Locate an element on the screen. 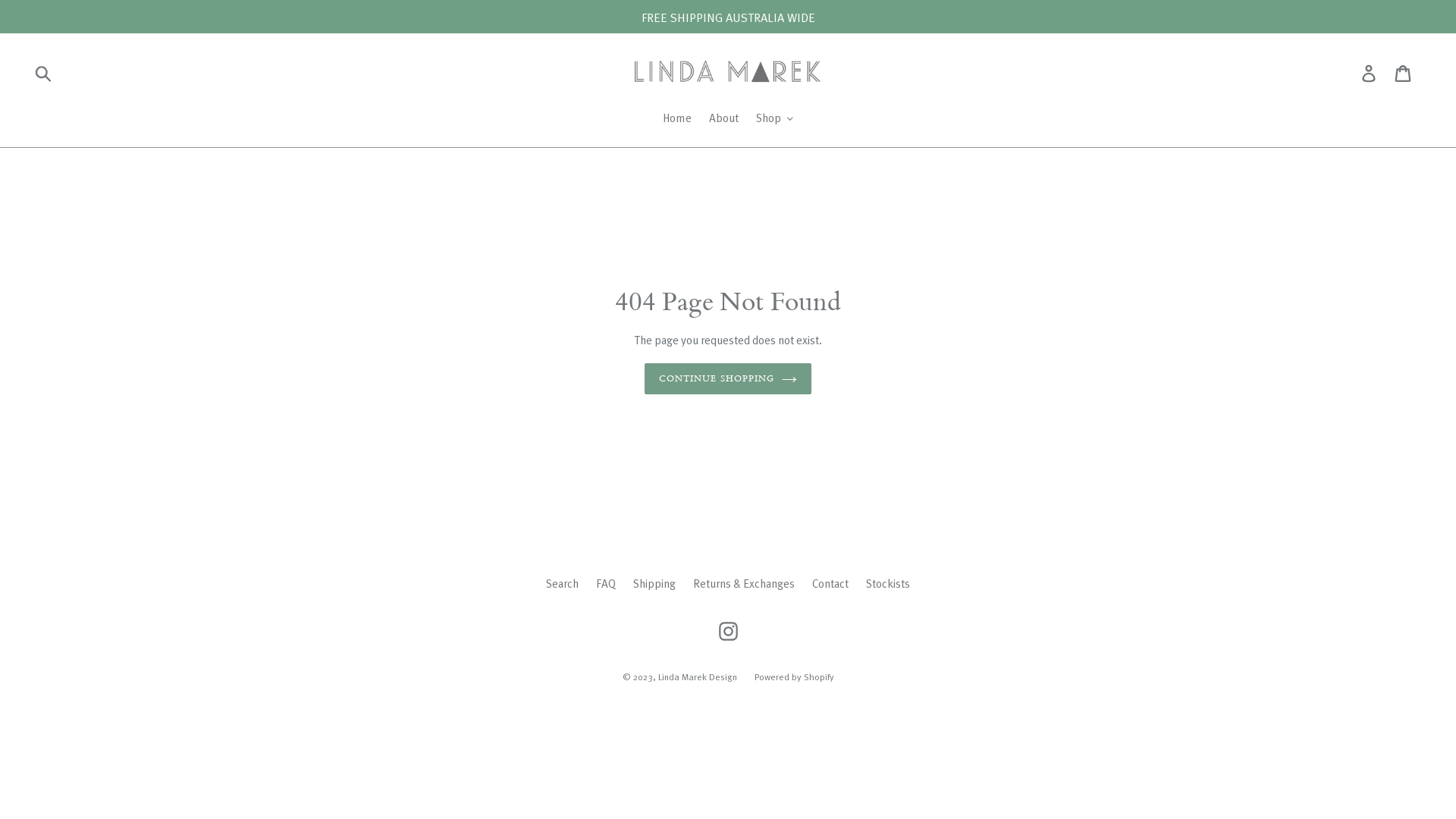 Image resolution: width=1456 pixels, height=819 pixels. 'Log in' is located at coordinates (1370, 73).